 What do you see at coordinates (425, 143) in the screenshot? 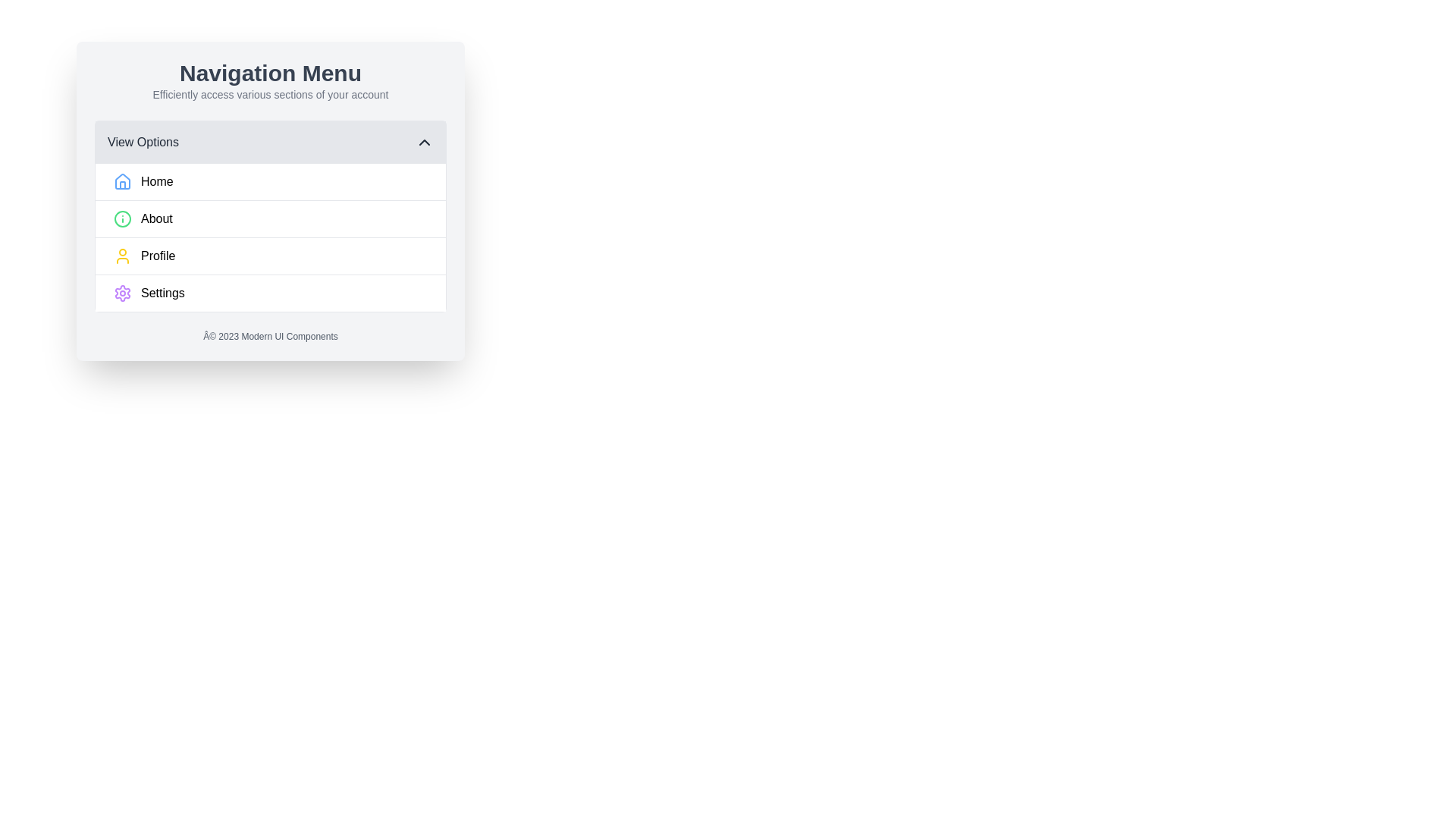
I see `the upward-facing chevron icon located to the far right of the 'View Options' bar for keyboard navigation` at bounding box center [425, 143].